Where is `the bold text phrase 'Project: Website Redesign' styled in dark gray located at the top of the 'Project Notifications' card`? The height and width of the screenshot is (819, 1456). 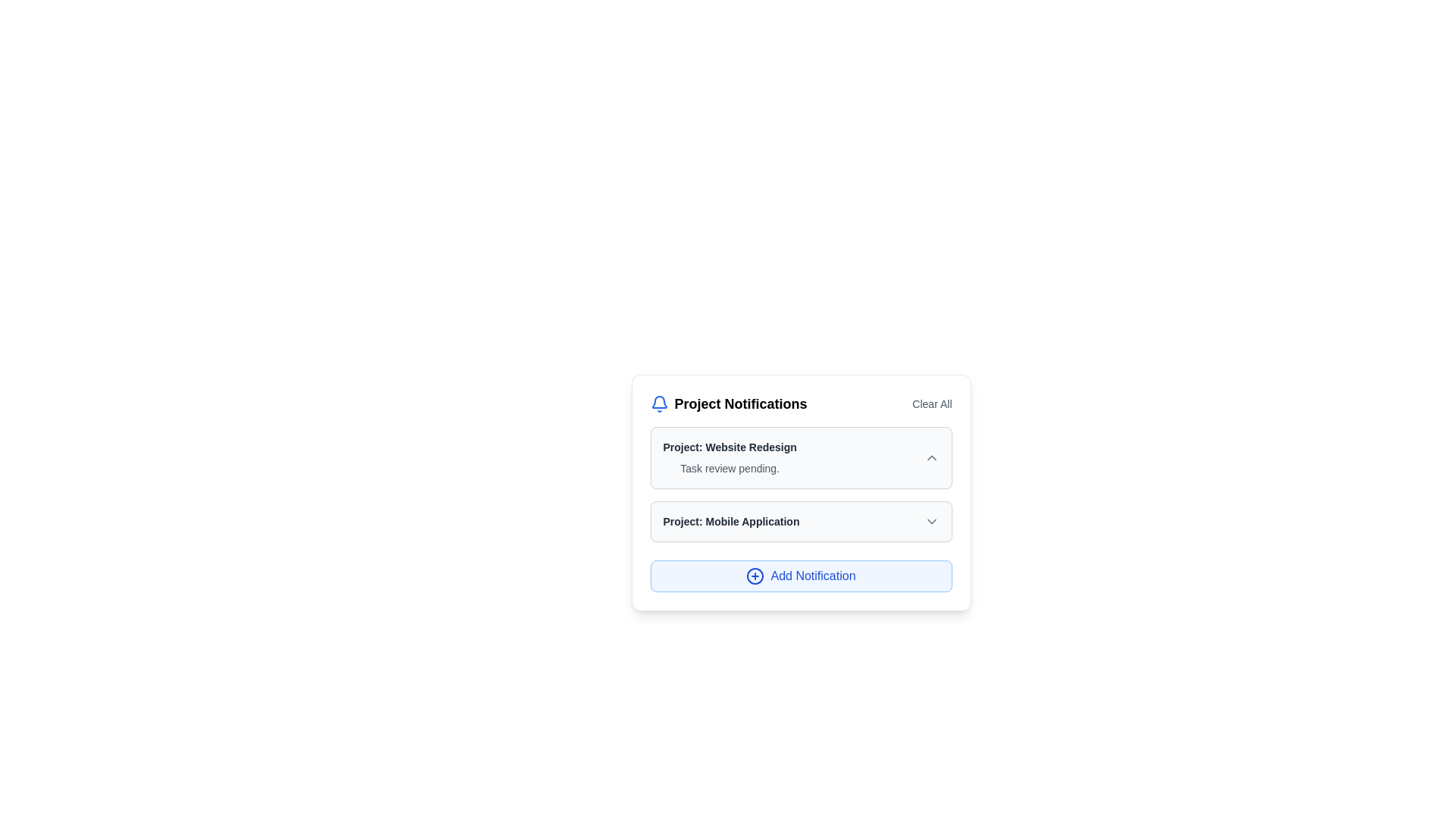
the bold text phrase 'Project: Website Redesign' styled in dark gray located at the top of the 'Project Notifications' card is located at coordinates (730, 447).